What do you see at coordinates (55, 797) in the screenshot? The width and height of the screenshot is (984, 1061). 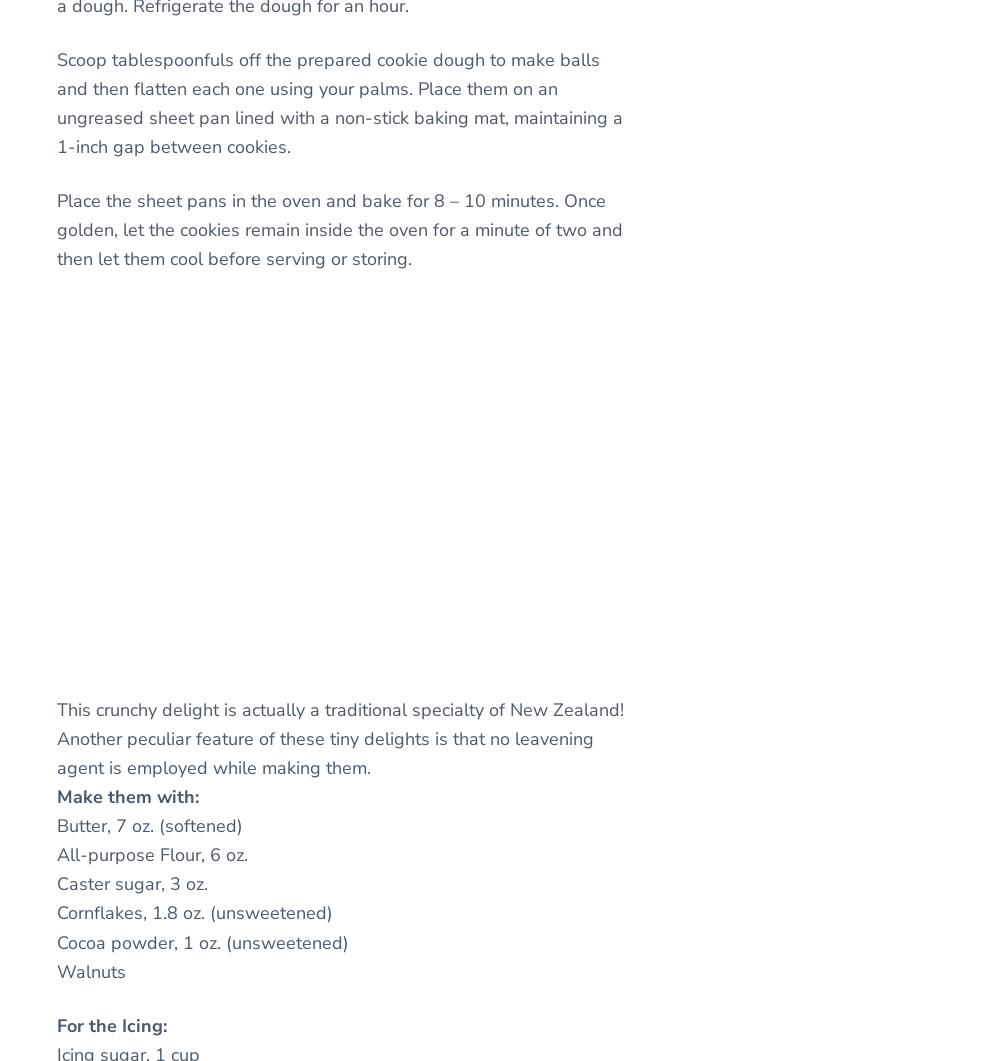 I see `'Make them with:'` at bounding box center [55, 797].